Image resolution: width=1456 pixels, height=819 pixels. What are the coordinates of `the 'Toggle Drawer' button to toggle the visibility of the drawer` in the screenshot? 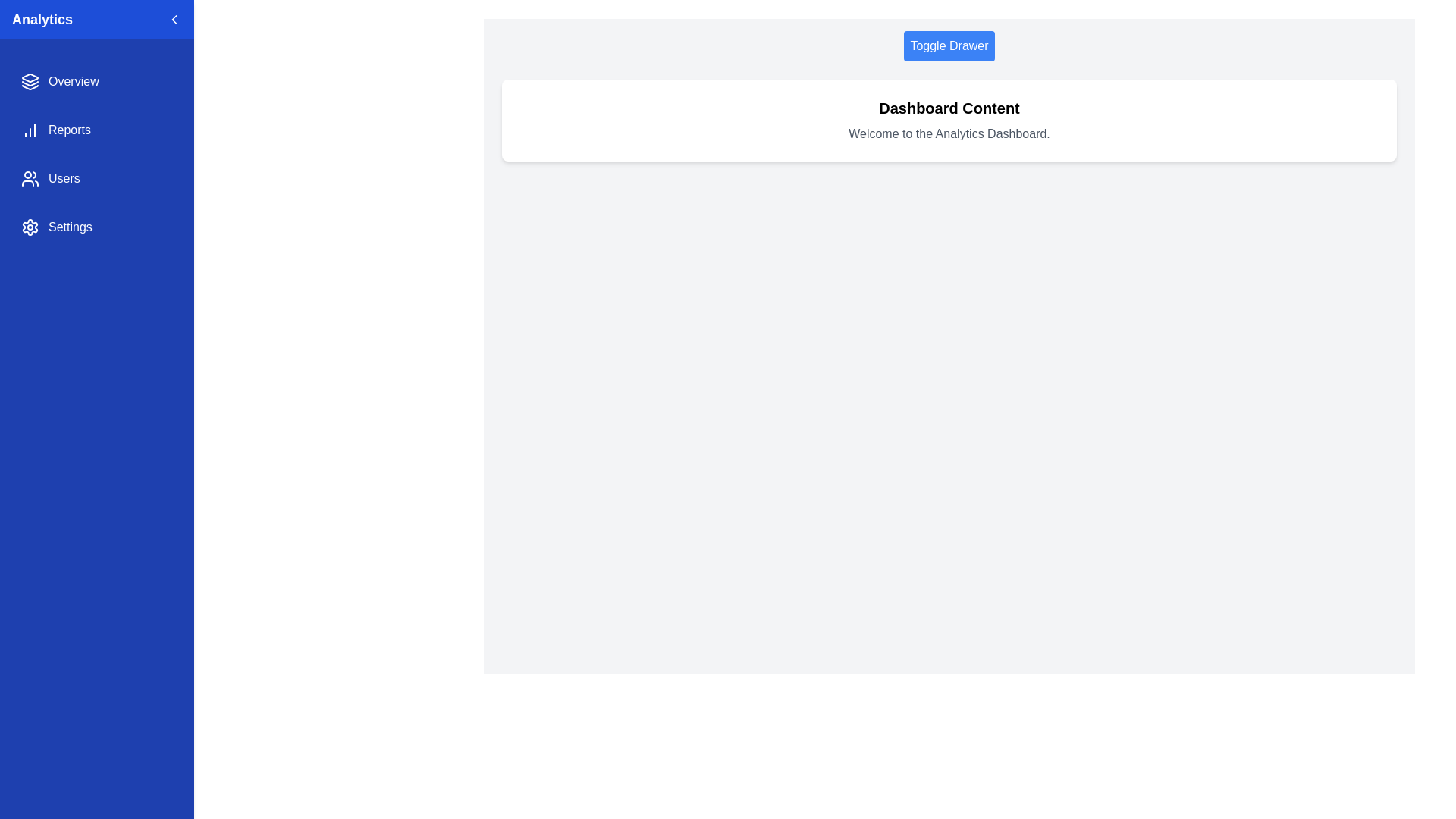 It's located at (949, 45).